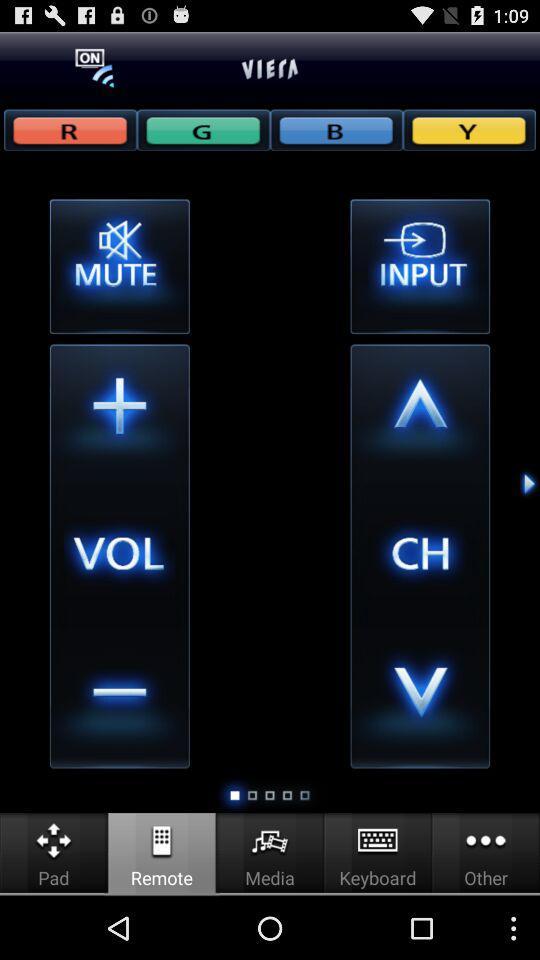  Describe the element at coordinates (419, 698) in the screenshot. I see `channel down` at that location.